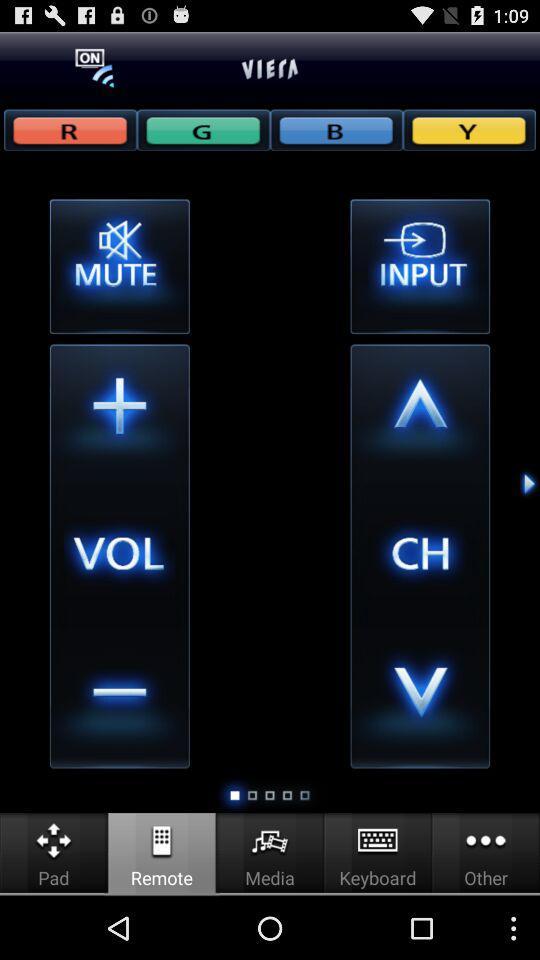  Describe the element at coordinates (419, 698) in the screenshot. I see `channel down` at that location.